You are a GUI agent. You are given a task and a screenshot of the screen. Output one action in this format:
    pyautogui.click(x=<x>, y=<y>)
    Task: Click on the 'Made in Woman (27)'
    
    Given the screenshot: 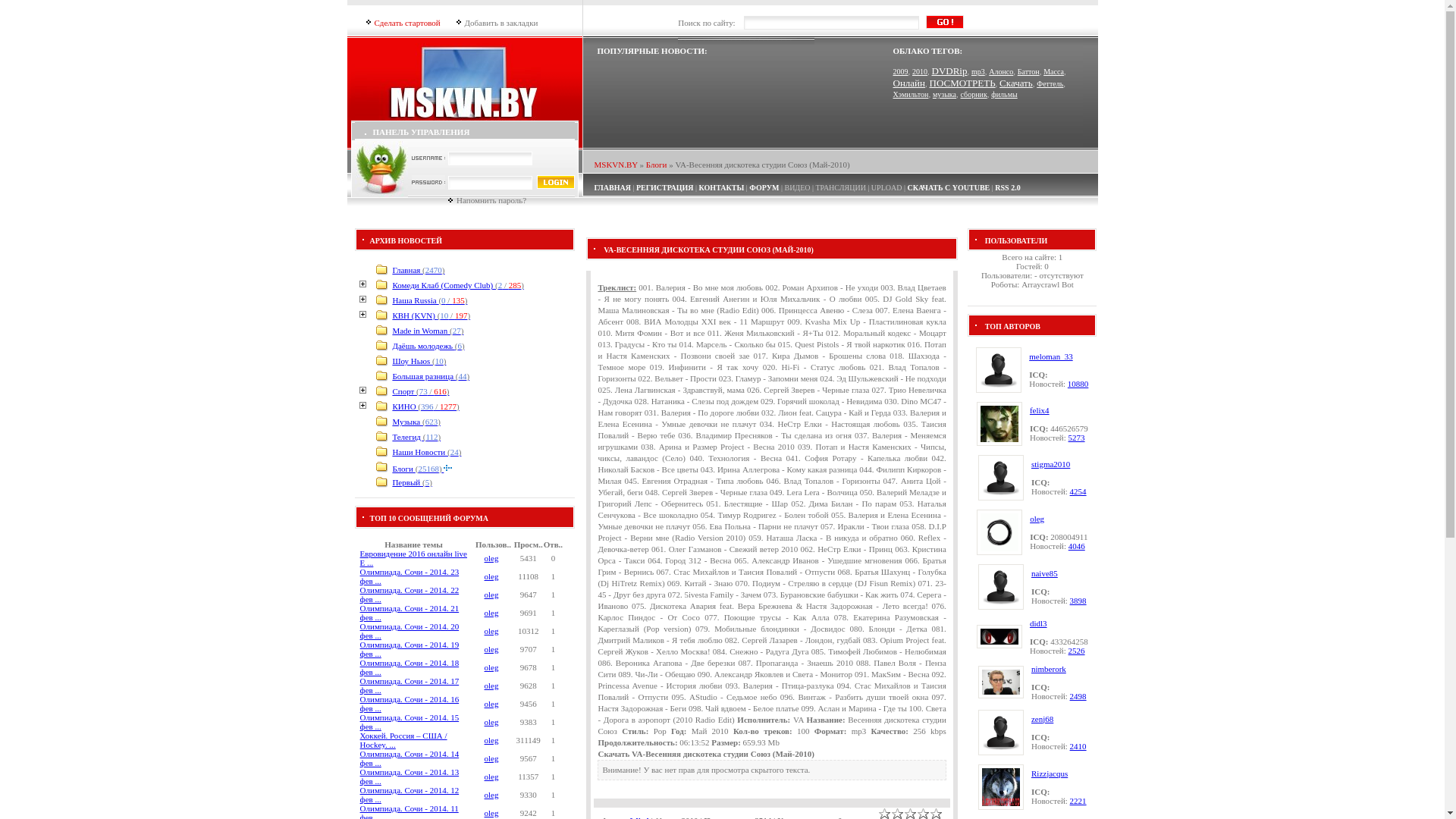 What is the action you would take?
    pyautogui.click(x=427, y=329)
    